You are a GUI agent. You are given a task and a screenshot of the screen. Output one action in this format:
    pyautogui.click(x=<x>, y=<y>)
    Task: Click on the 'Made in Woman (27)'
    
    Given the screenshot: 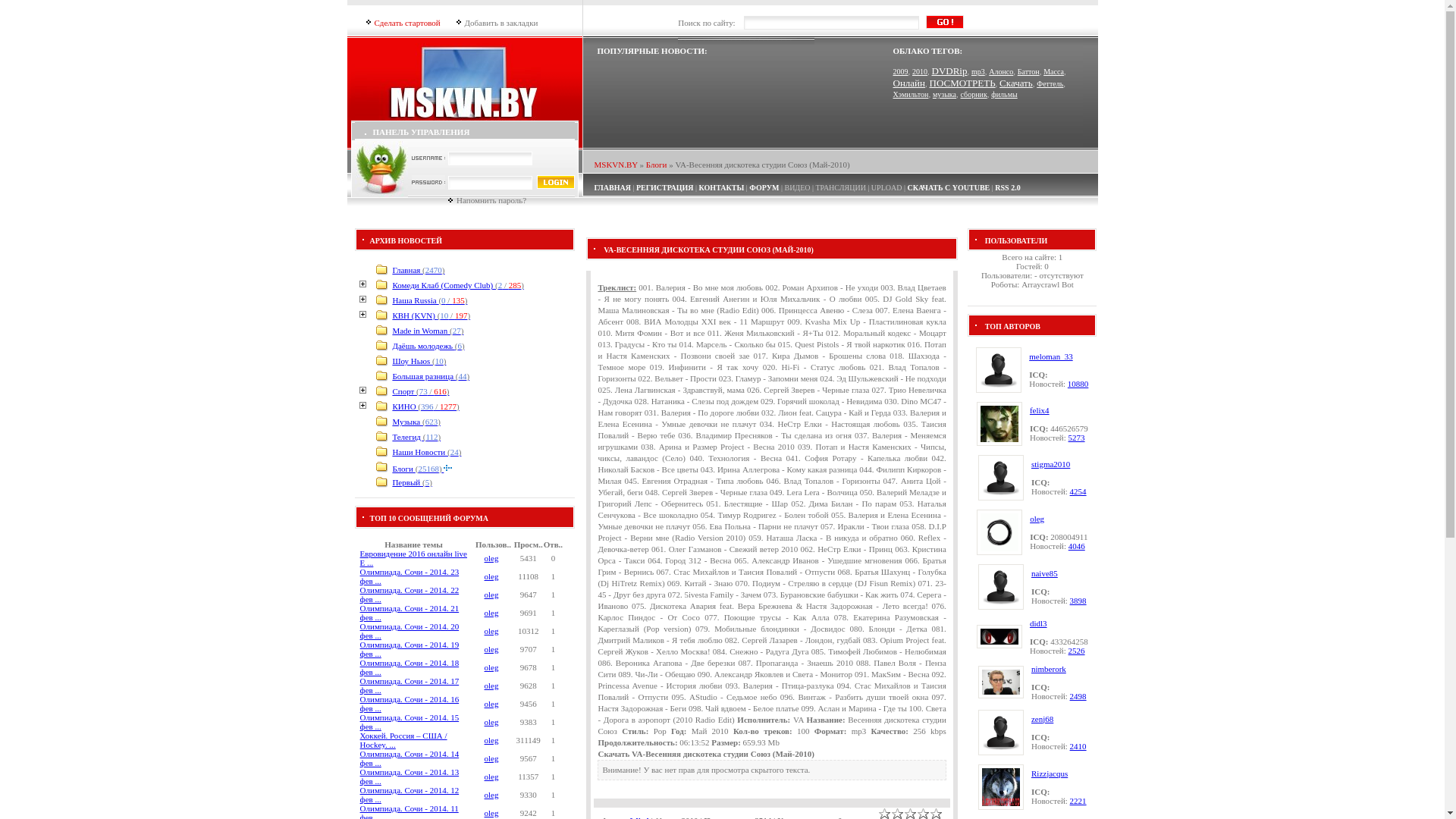 What is the action you would take?
    pyautogui.click(x=427, y=329)
    